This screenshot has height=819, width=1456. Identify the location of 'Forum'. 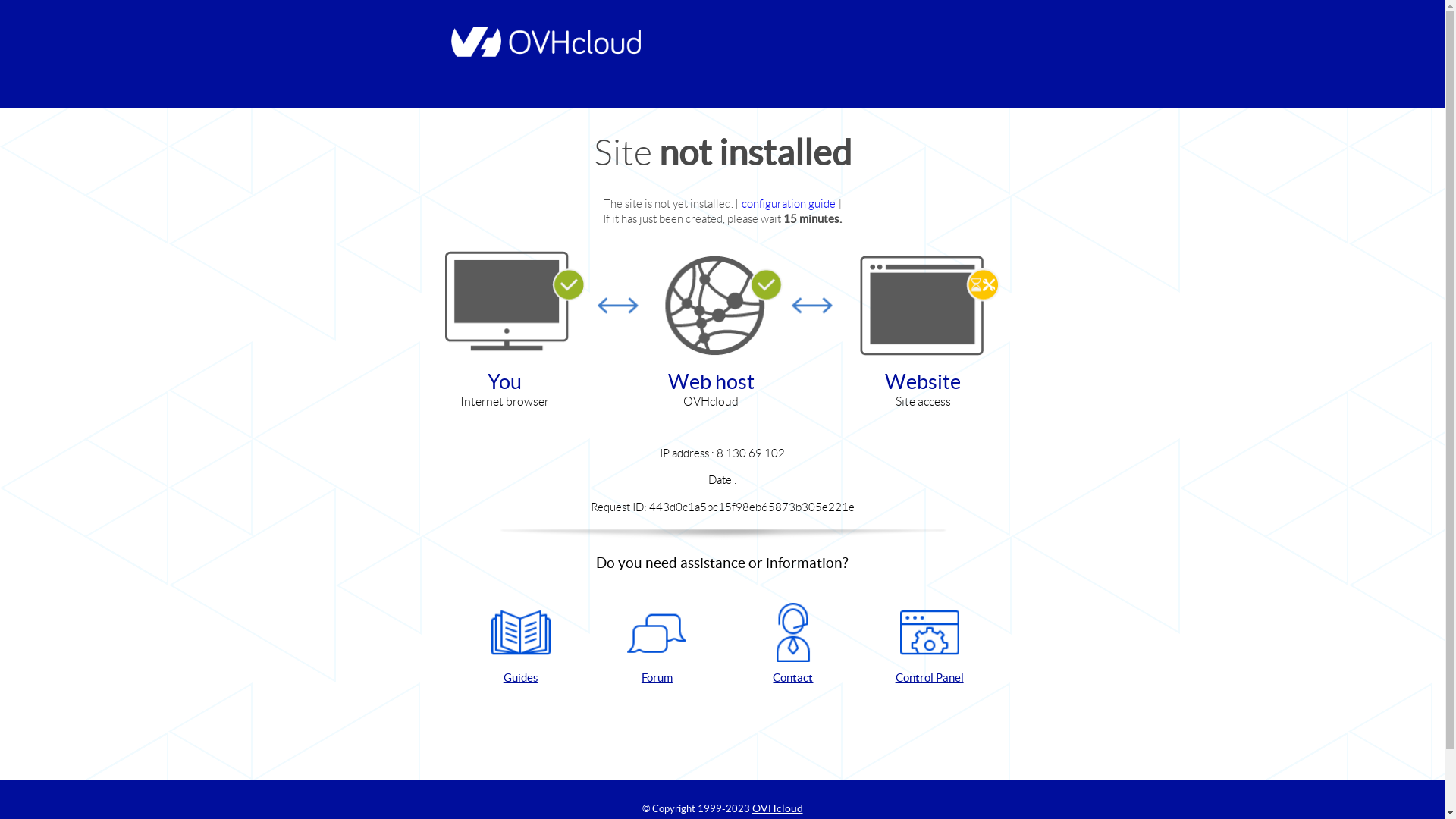
(656, 644).